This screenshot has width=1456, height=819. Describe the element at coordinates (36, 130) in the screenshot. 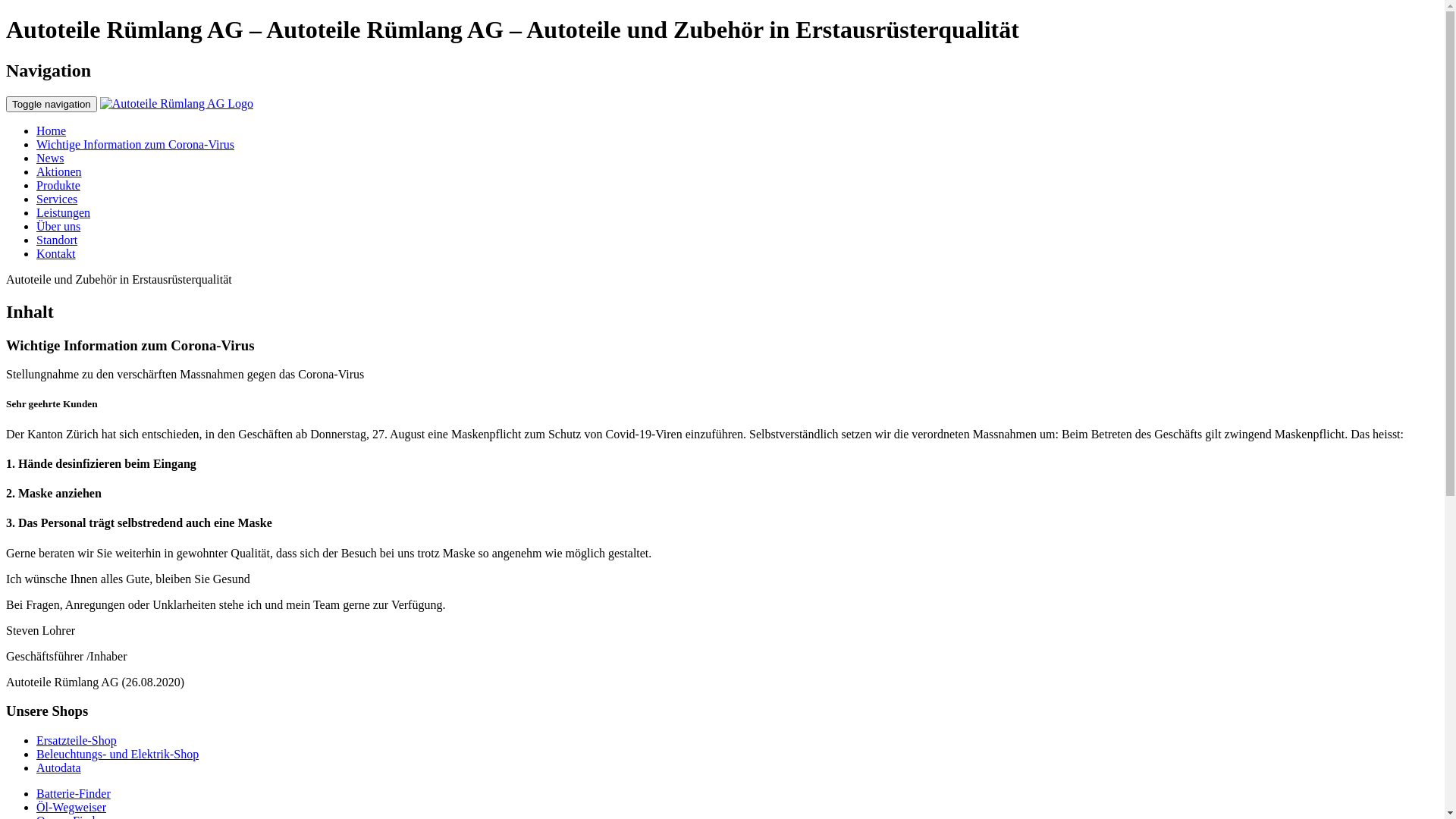

I see `'Home'` at that location.